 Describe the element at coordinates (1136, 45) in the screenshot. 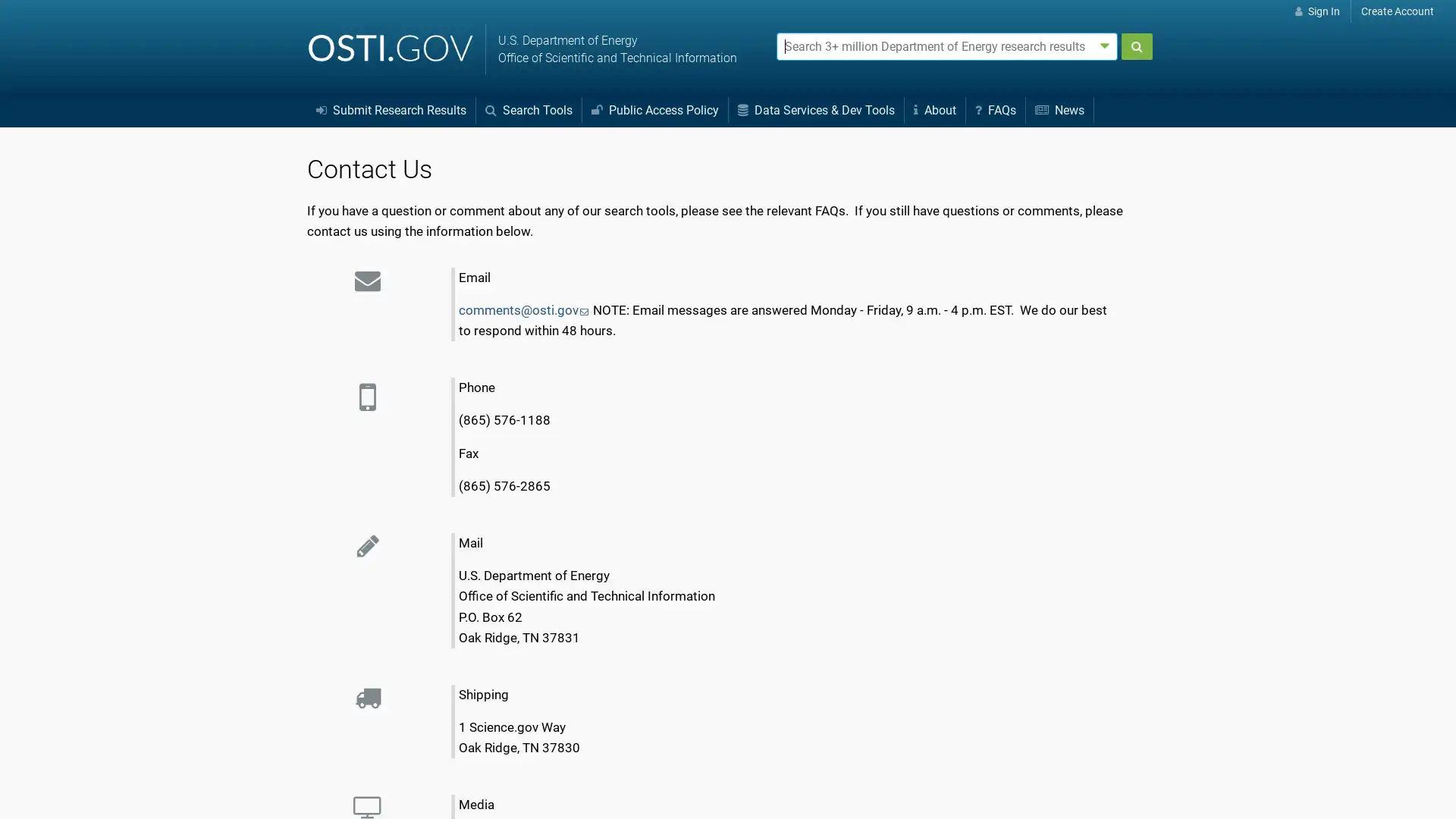

I see `Submit` at that location.